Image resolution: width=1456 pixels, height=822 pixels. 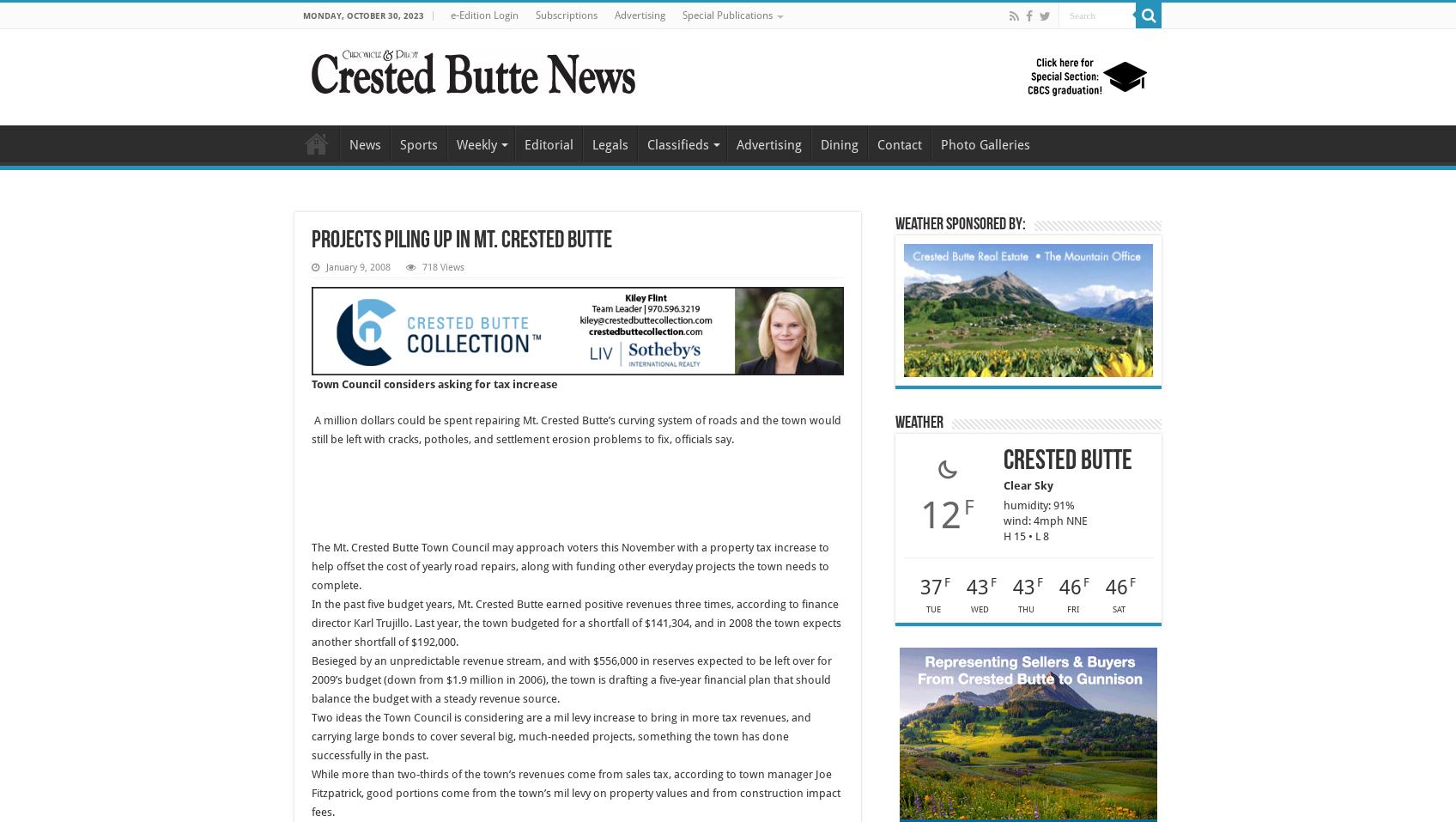 What do you see at coordinates (919, 422) in the screenshot?
I see `'Weather'` at bounding box center [919, 422].